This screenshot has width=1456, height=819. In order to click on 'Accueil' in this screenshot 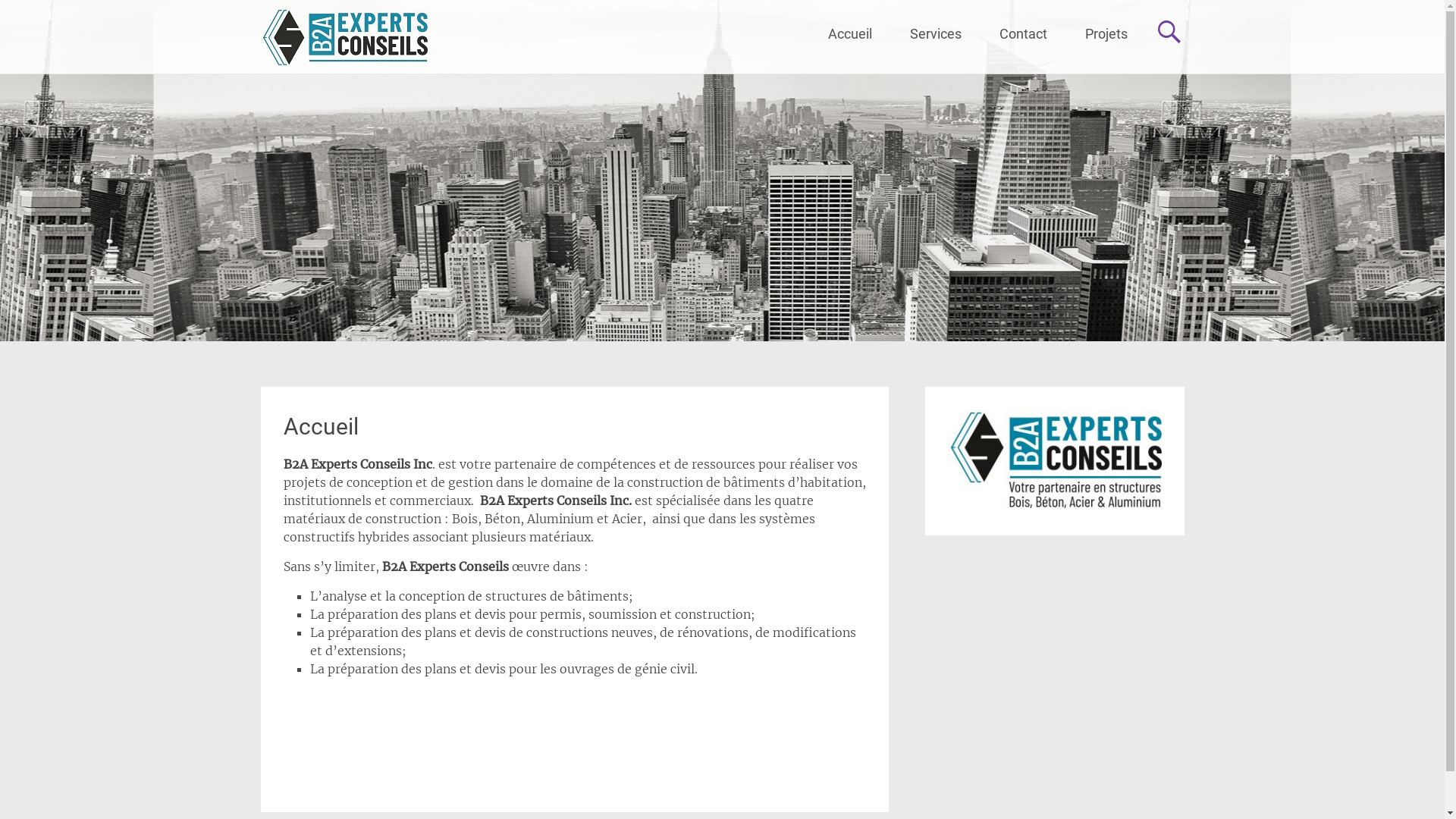, I will do `click(848, 34)`.